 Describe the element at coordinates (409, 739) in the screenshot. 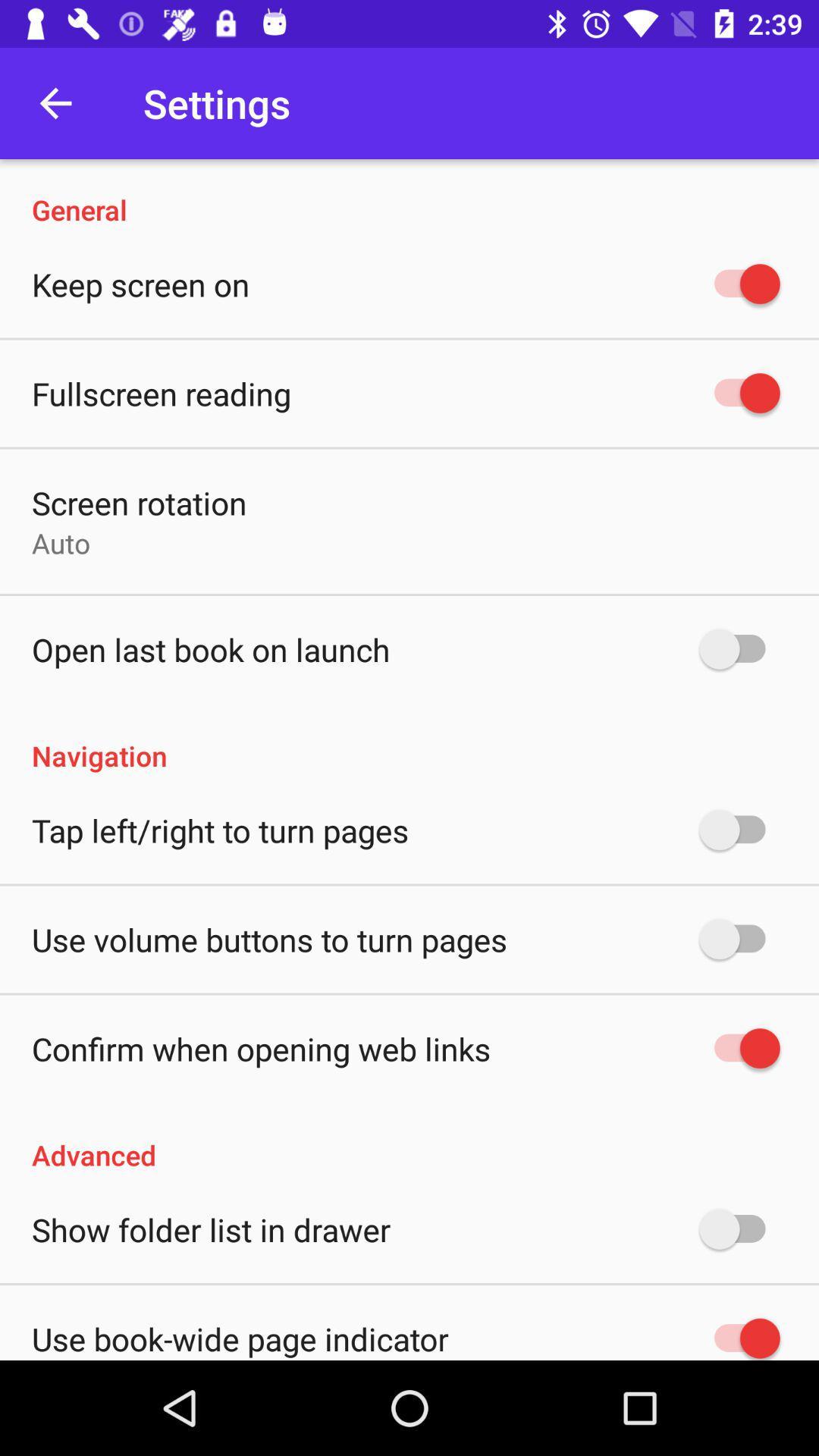

I see `the item at the center` at that location.